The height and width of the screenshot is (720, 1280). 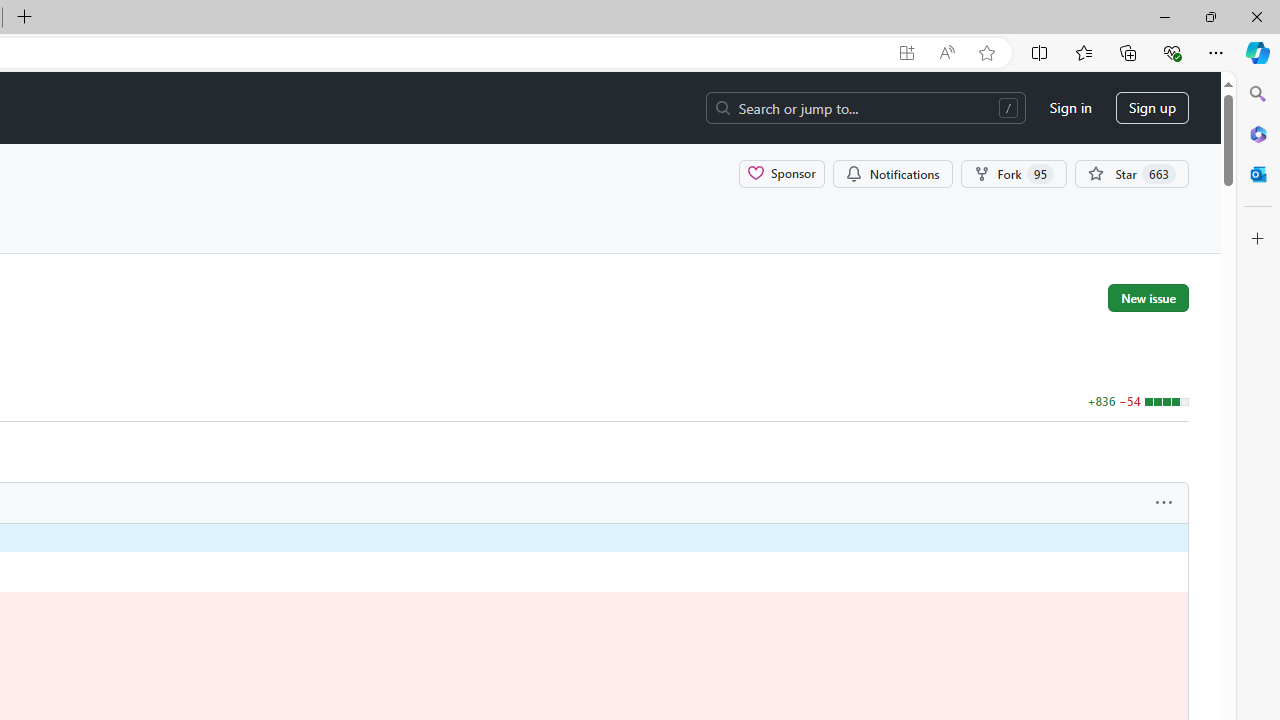 What do you see at coordinates (1069, 108) in the screenshot?
I see `'Sign in'` at bounding box center [1069, 108].